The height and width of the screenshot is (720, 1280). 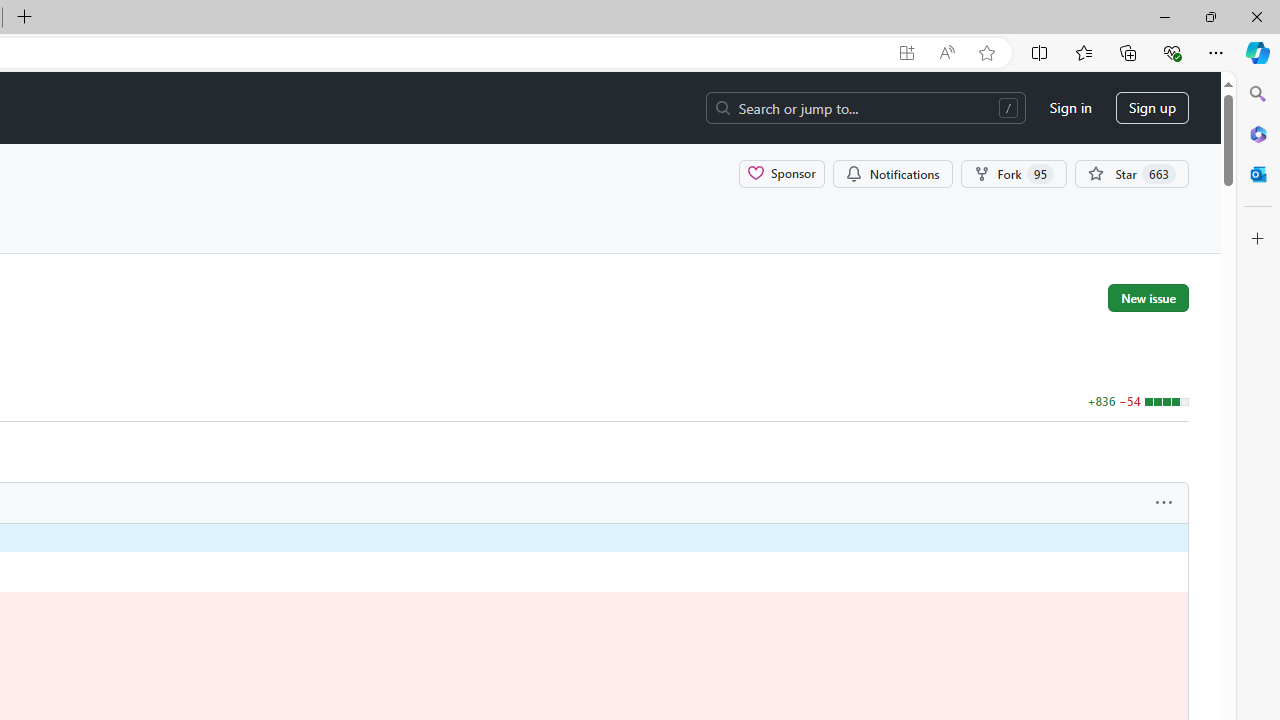 What do you see at coordinates (1069, 108) in the screenshot?
I see `'Sign in'` at bounding box center [1069, 108].